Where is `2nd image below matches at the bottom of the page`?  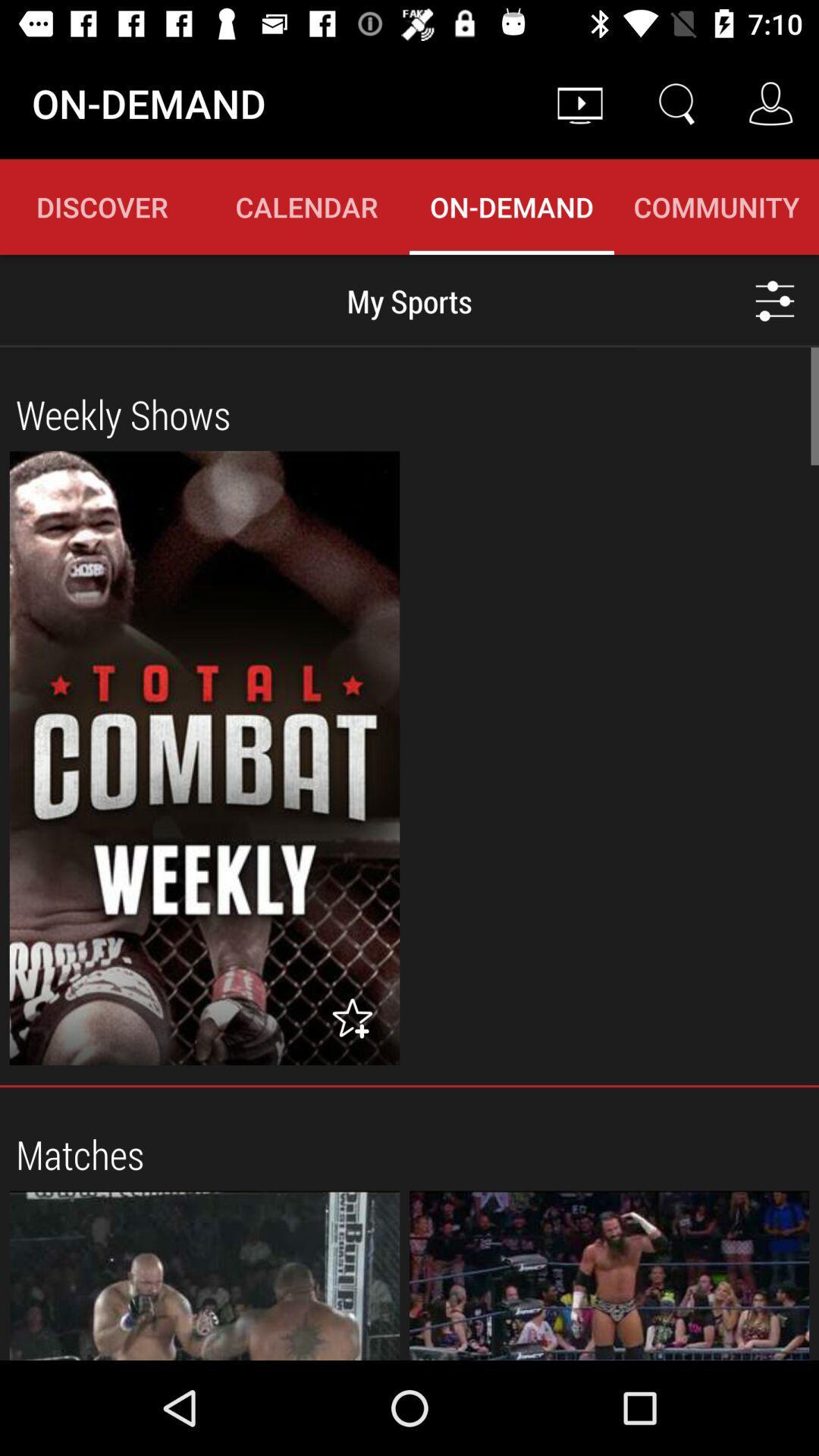
2nd image below matches at the bottom of the page is located at coordinates (608, 1275).